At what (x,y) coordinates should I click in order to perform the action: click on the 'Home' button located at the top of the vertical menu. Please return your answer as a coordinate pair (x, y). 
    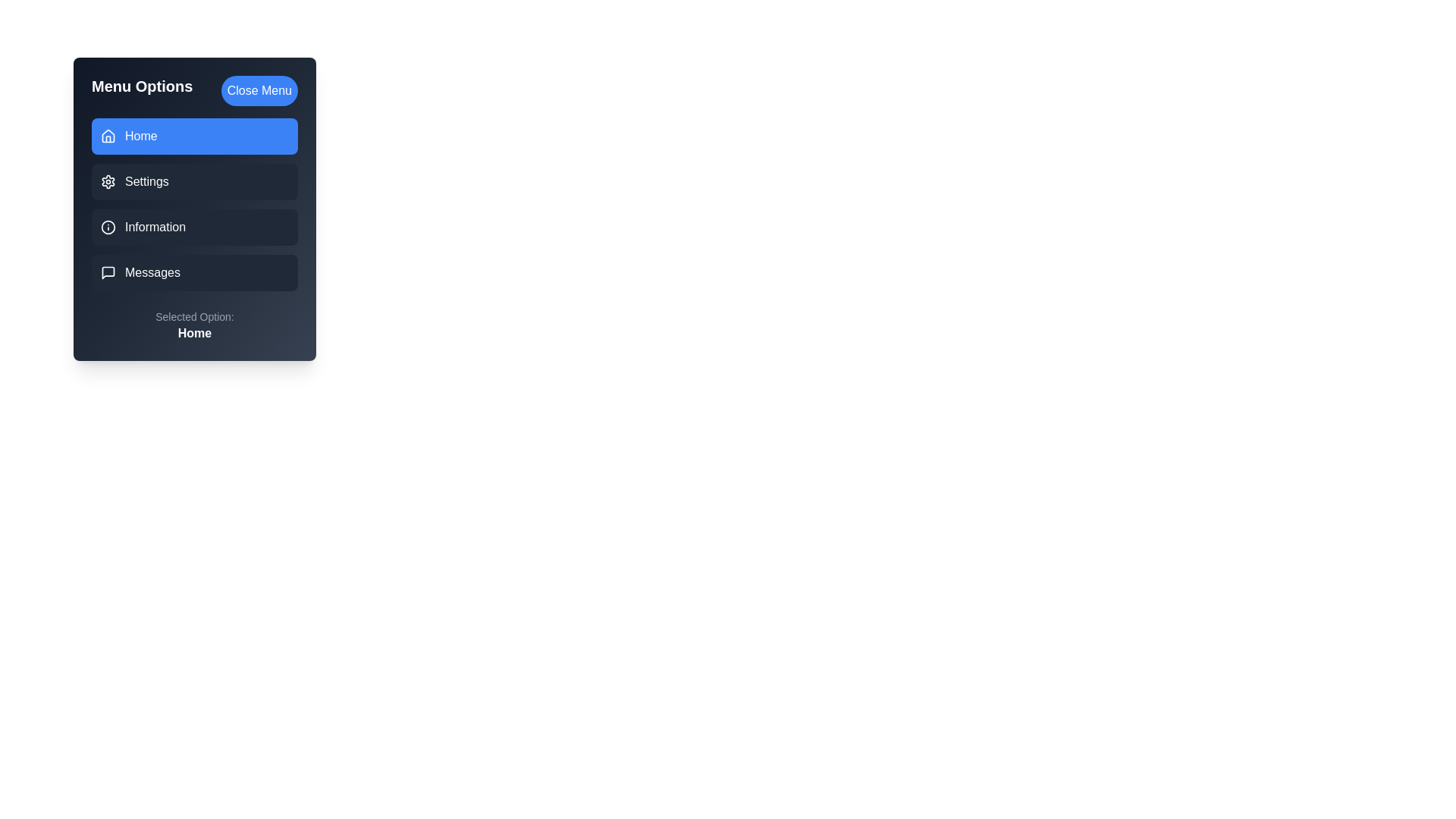
    Looking at the image, I should click on (194, 136).